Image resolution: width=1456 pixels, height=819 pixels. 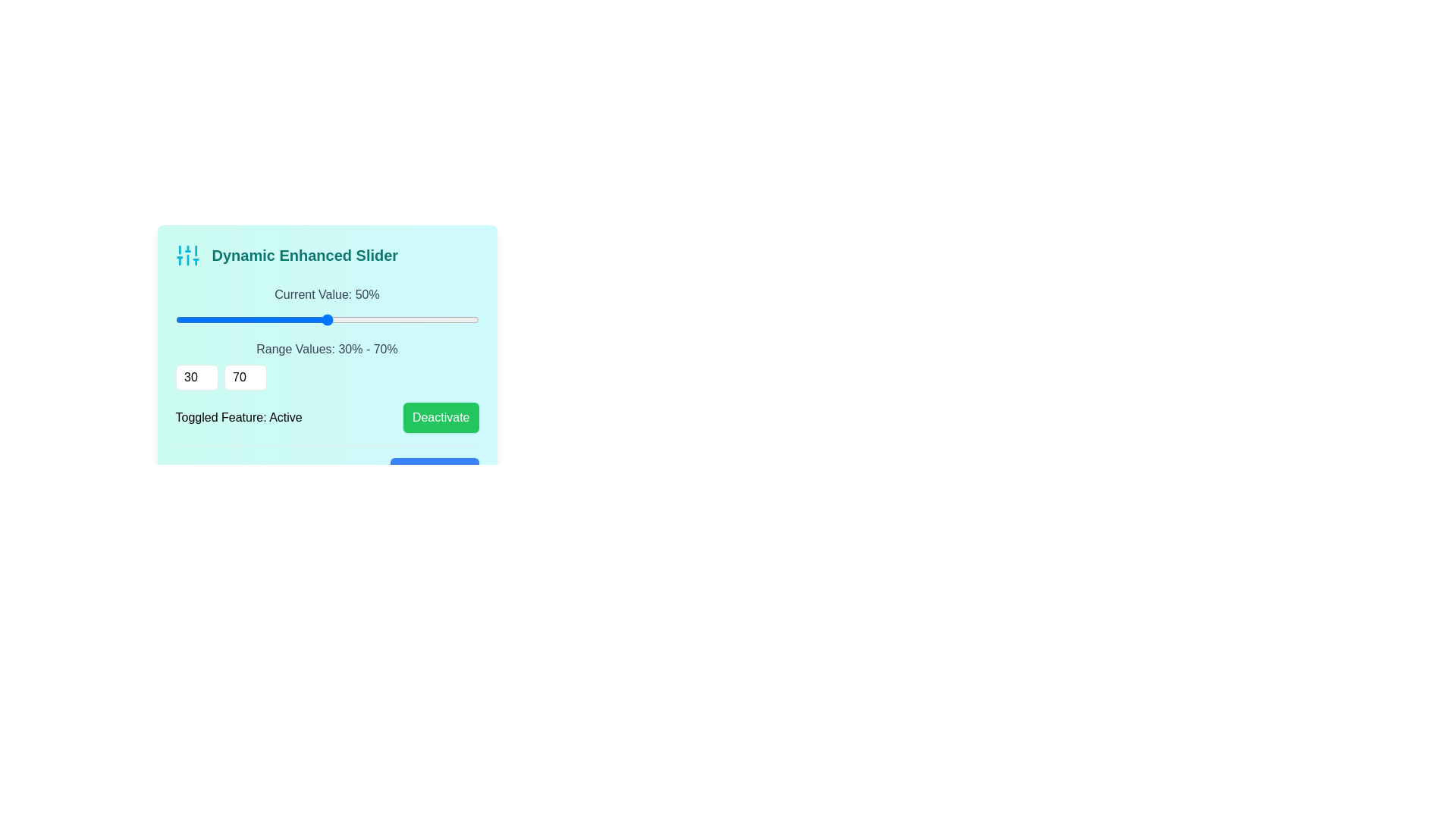 What do you see at coordinates (372, 318) in the screenshot?
I see `the slider` at bounding box center [372, 318].